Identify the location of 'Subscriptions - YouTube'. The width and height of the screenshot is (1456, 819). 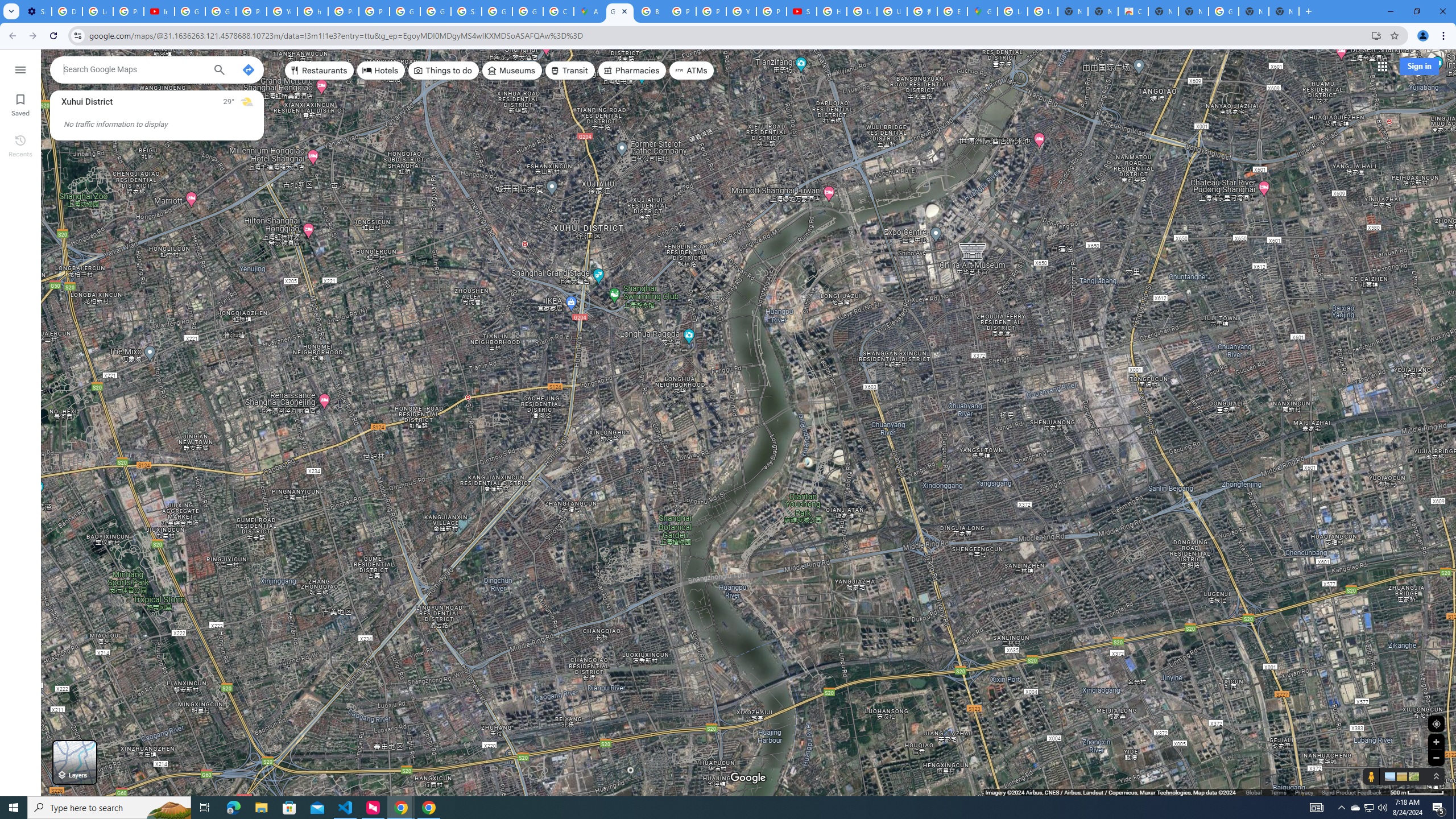
(801, 11).